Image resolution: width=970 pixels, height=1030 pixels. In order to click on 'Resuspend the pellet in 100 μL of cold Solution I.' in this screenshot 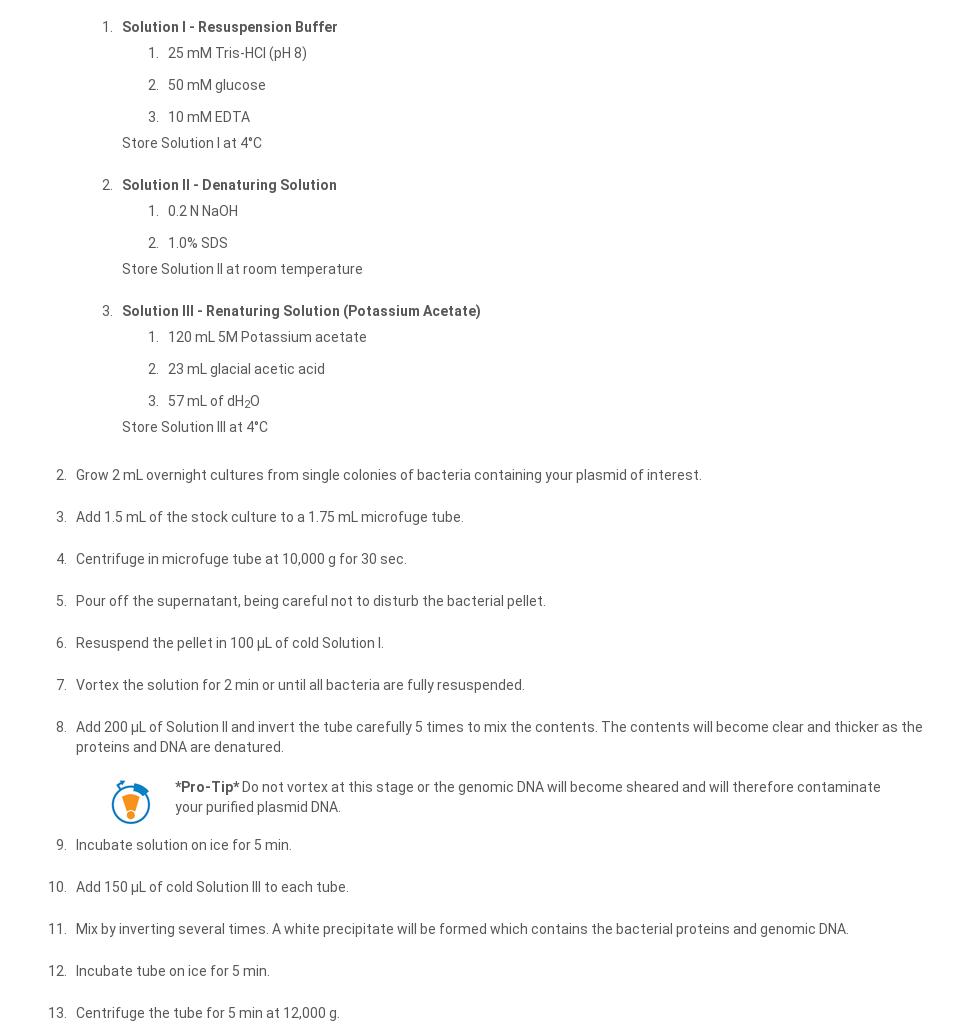, I will do `click(229, 640)`.